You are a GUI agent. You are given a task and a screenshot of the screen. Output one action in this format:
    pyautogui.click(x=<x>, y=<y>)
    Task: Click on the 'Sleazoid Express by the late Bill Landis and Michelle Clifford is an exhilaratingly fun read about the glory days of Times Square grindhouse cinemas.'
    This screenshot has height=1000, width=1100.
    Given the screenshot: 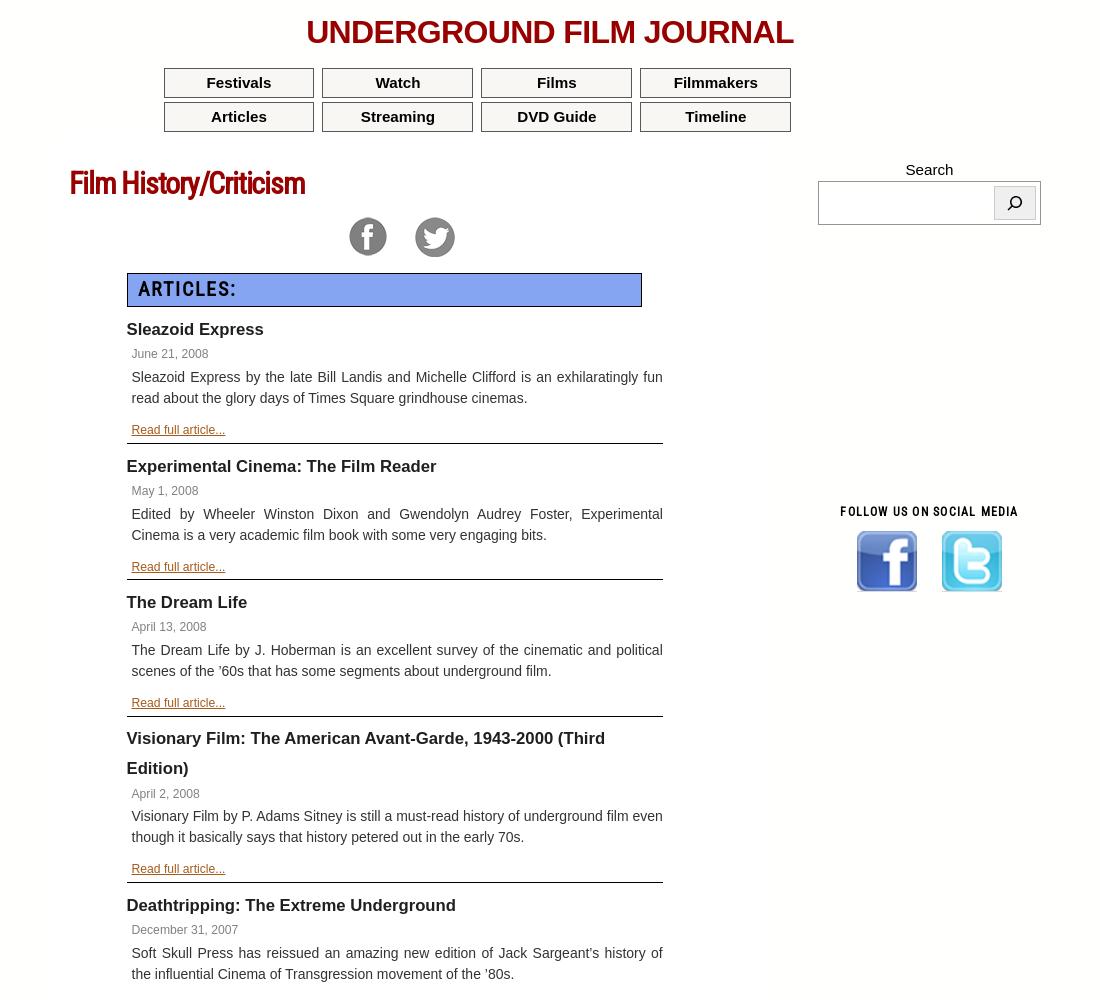 What is the action you would take?
    pyautogui.click(x=131, y=387)
    